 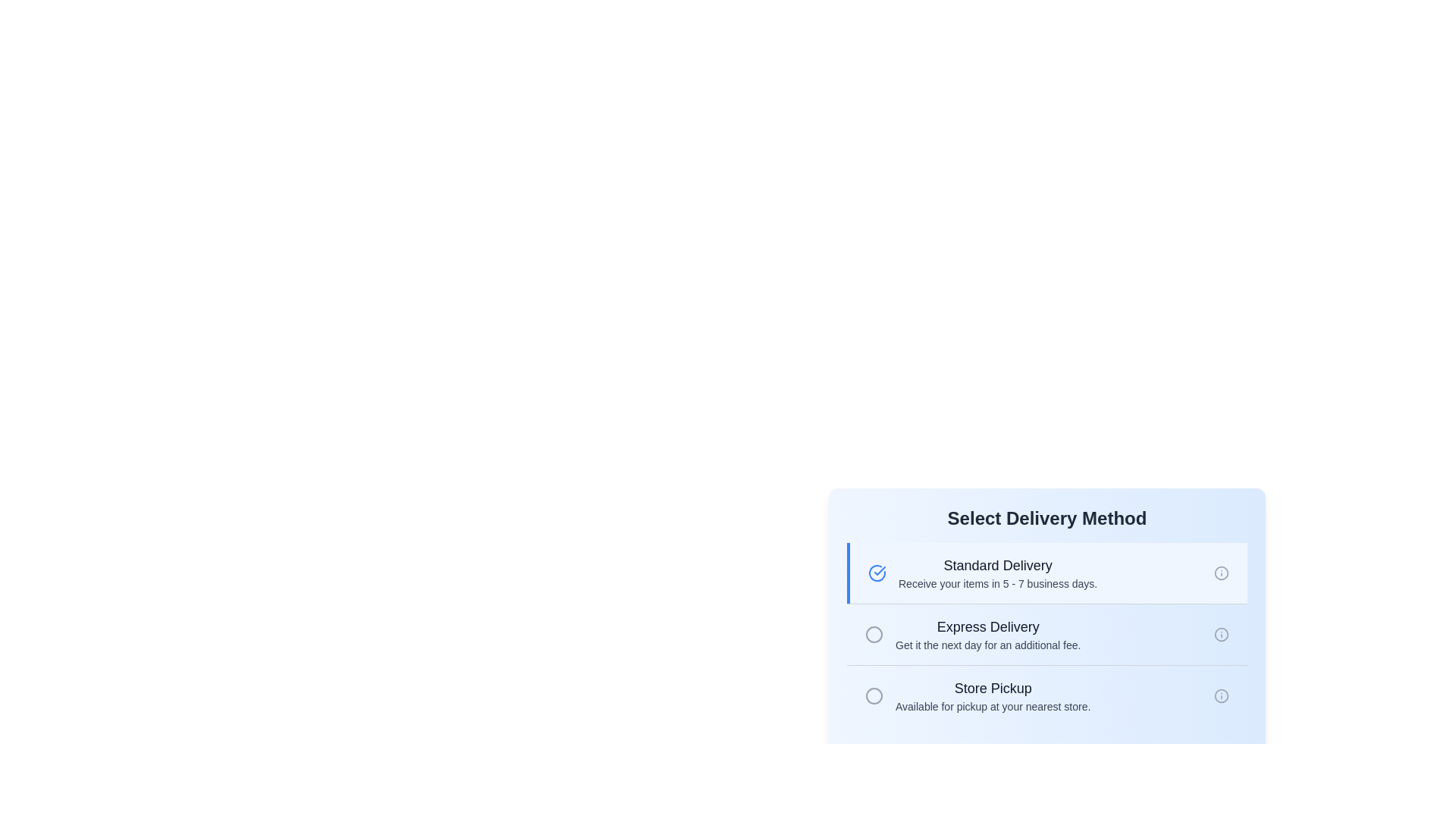 What do you see at coordinates (1222, 696) in the screenshot?
I see `the Info symbol located at the right end of the 'Store Pickup' section` at bounding box center [1222, 696].